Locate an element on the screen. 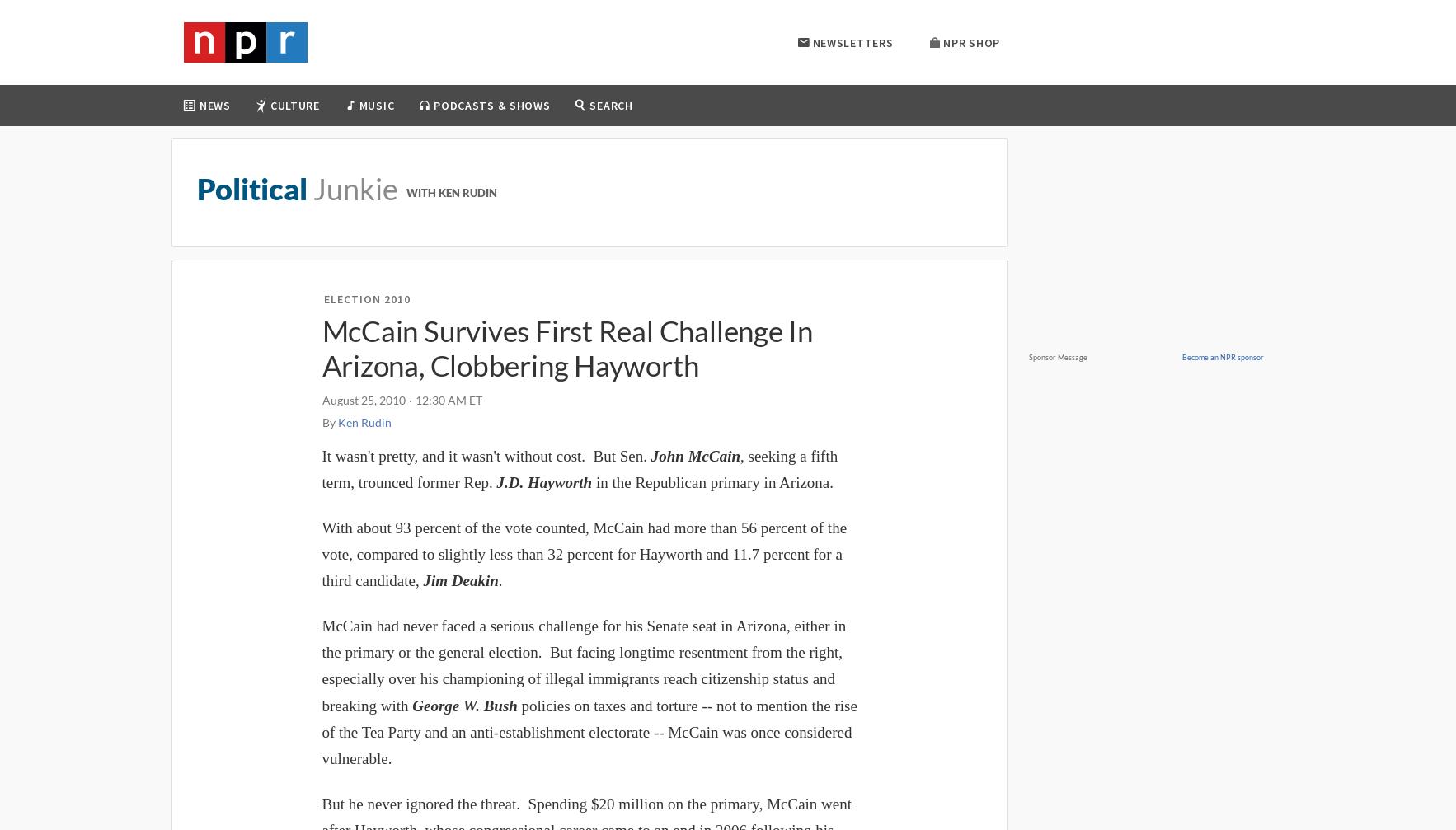 The width and height of the screenshot is (1456, 830). 'Food' is located at coordinates (291, 232).